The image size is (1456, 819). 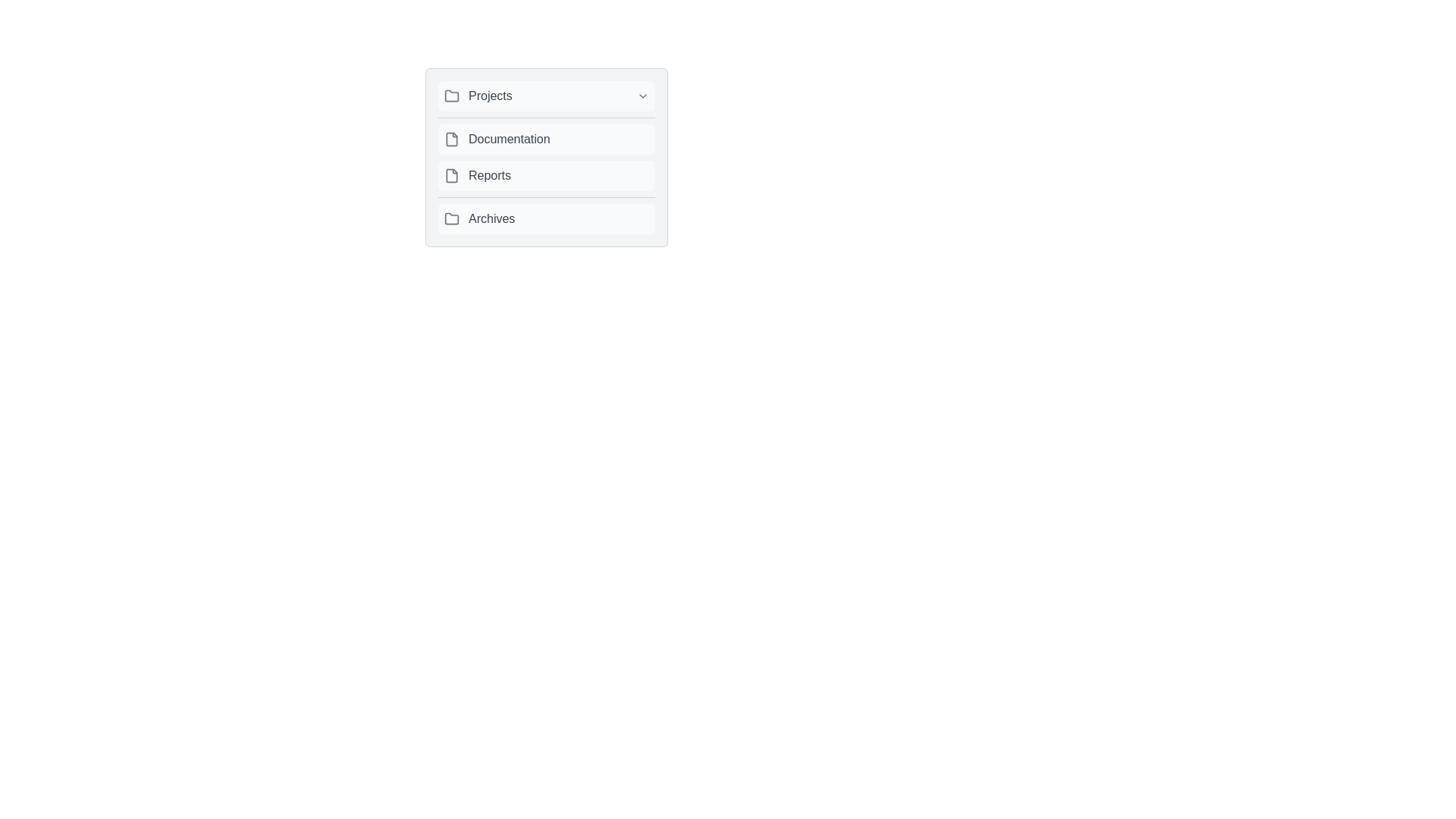 I want to click on the document or file icon located to the left of the 'Reports' text label within the vertical menu layout, which is the third entry from the top, so click(x=450, y=174).